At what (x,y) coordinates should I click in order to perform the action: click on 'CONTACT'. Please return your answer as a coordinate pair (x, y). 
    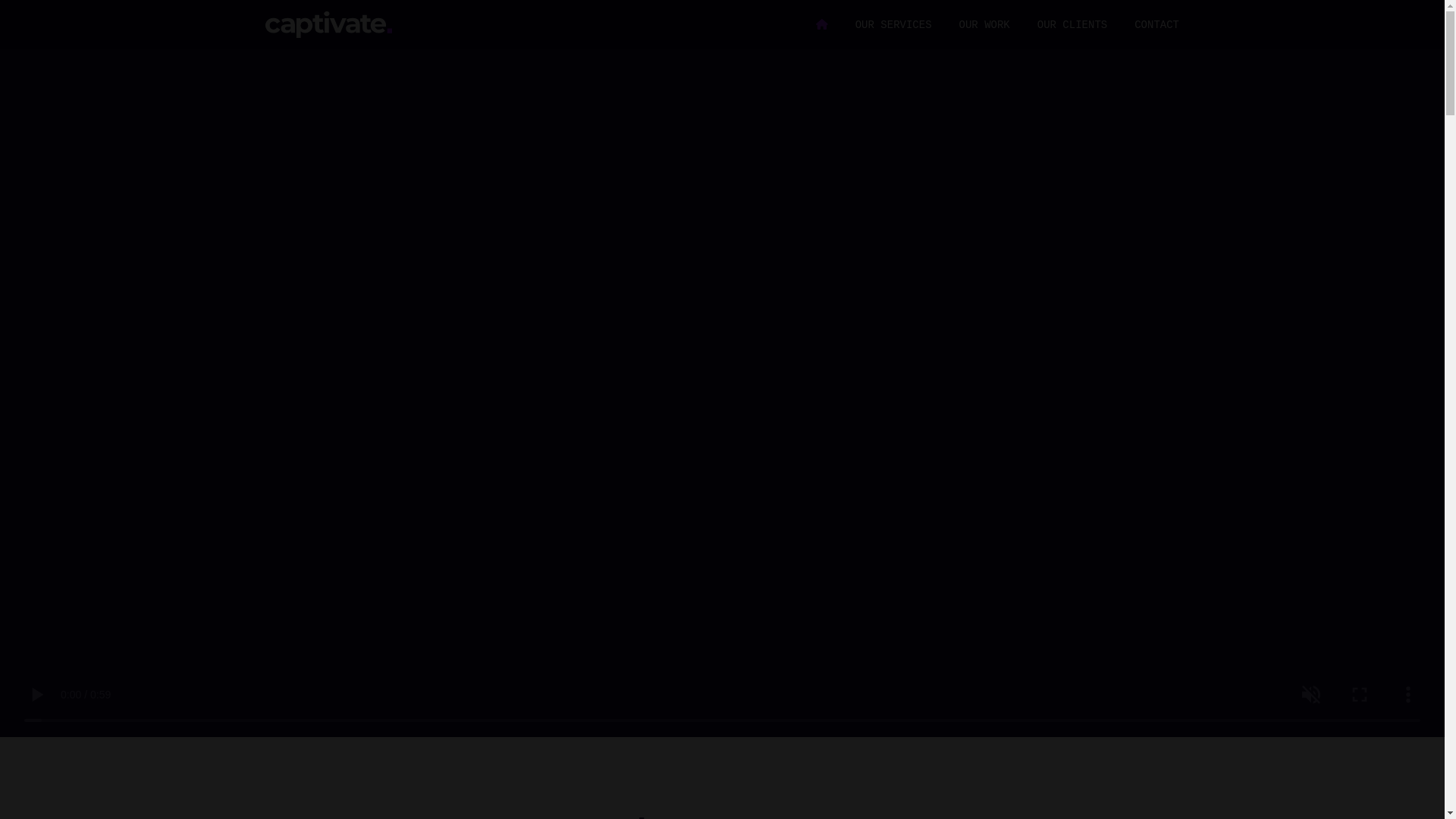
    Looking at the image, I should click on (1156, 25).